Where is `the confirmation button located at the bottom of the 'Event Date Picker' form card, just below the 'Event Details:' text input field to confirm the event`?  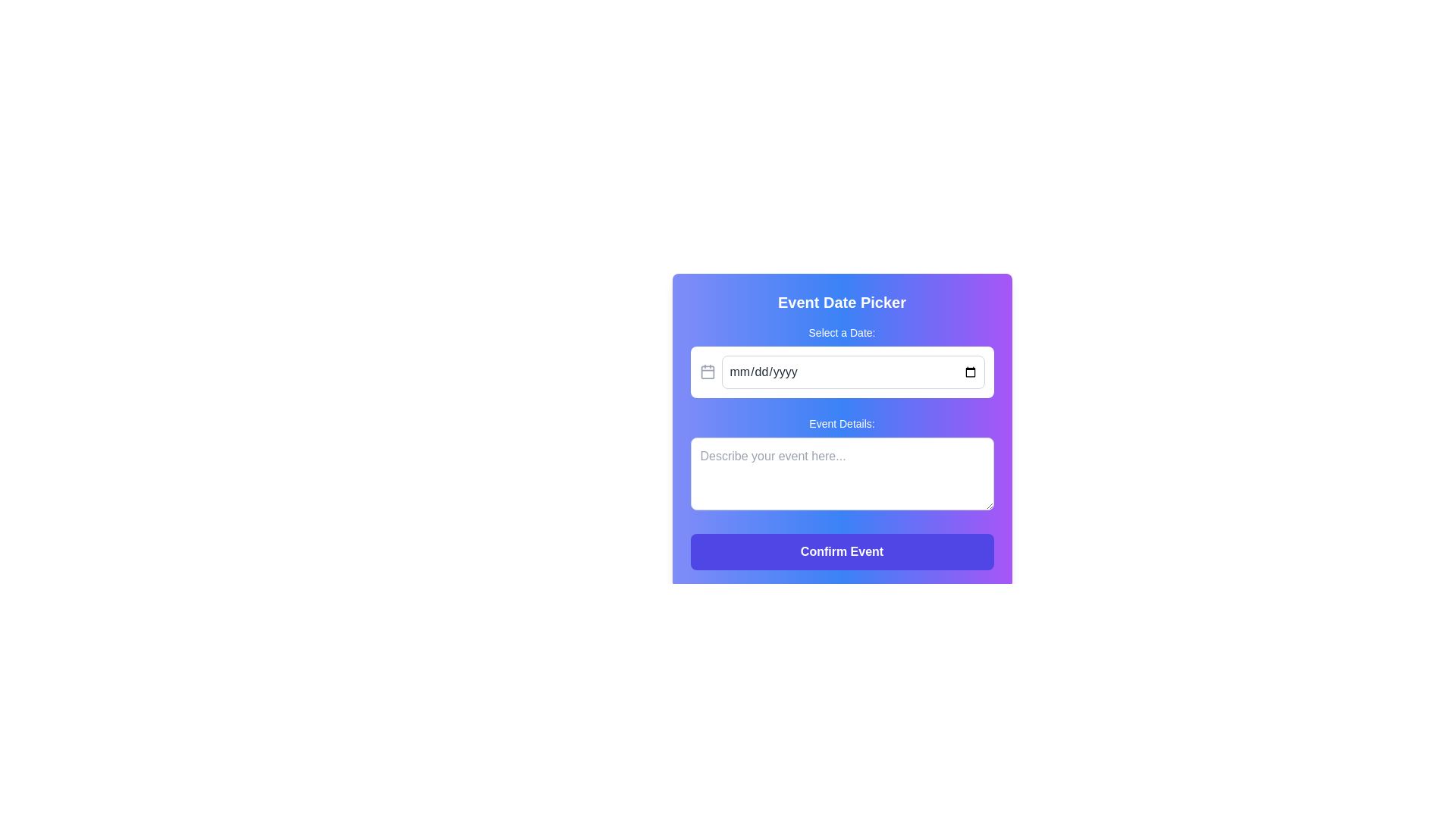
the confirmation button located at the bottom of the 'Event Date Picker' form card, just below the 'Event Details:' text input field to confirm the event is located at coordinates (841, 552).